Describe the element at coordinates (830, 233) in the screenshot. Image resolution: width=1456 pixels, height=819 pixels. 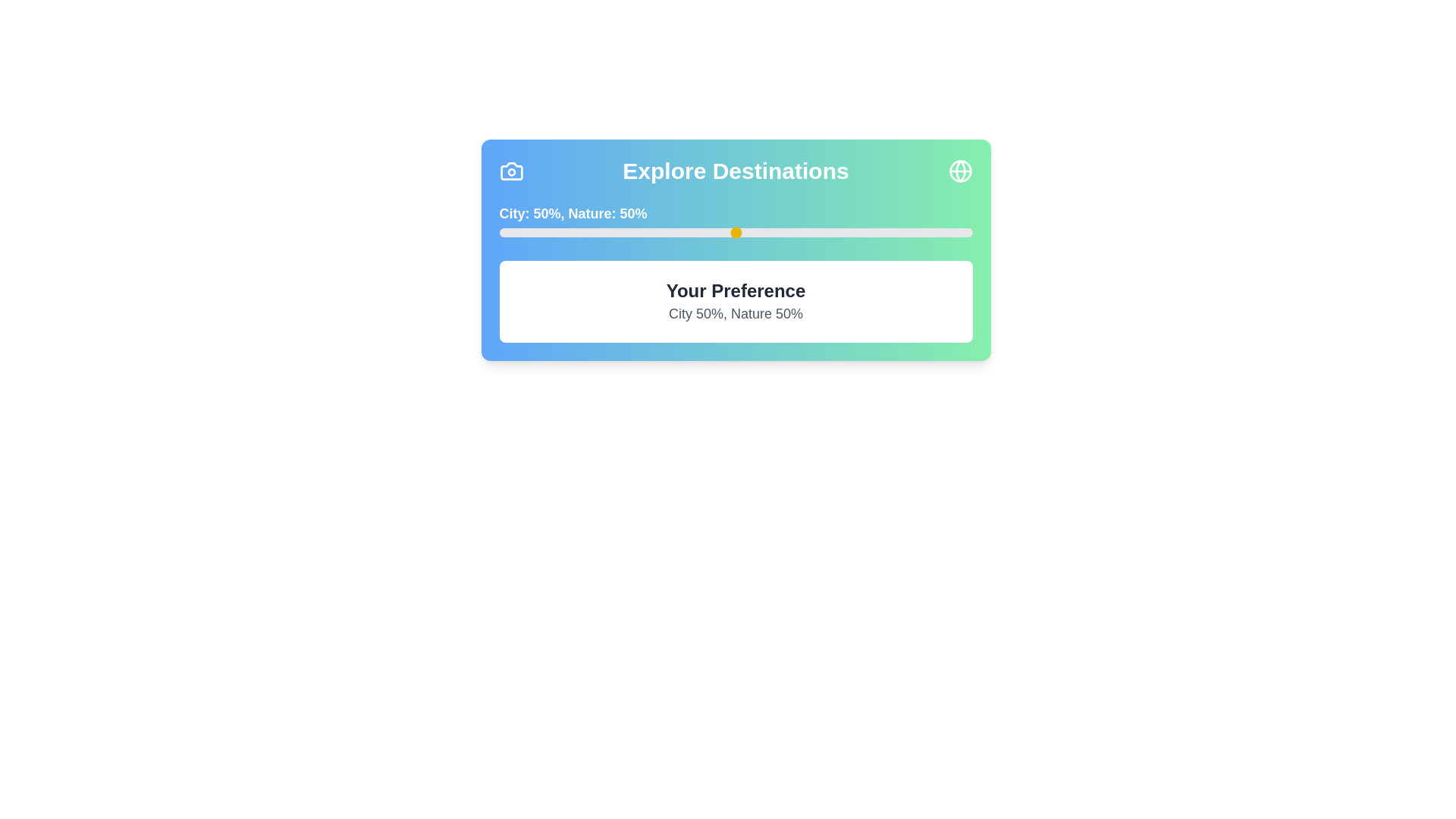
I see `the slider to set the Nature preference to 70%` at that location.